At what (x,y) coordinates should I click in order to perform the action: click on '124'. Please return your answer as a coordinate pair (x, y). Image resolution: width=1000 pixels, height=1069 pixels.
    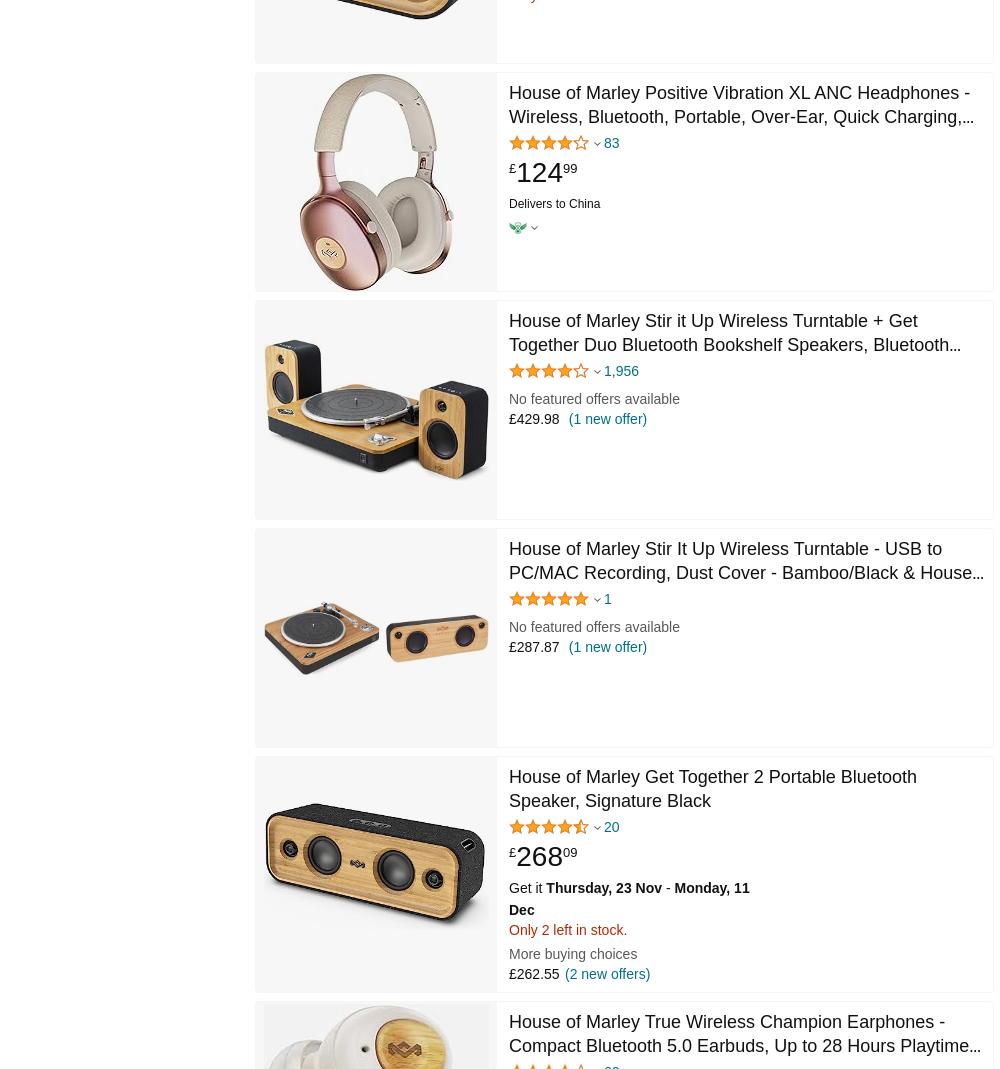
    Looking at the image, I should click on (539, 172).